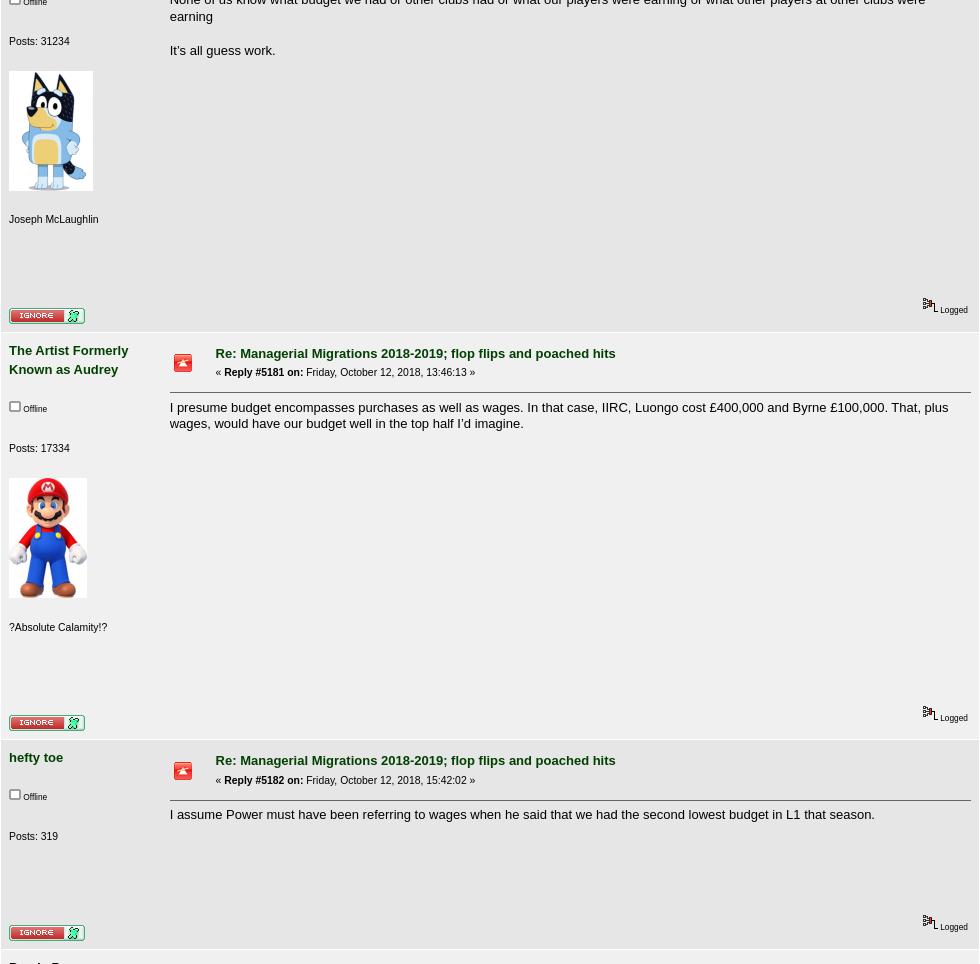 The image size is (980, 964). What do you see at coordinates (558, 414) in the screenshot?
I see `'I presume budget encompasses purchases as well as wages. In that case, IIRC, Luongo cost £400,000 and Byrne £100,000. That, plus wages, would have our budget well in the top half I’d imagine.'` at bounding box center [558, 414].